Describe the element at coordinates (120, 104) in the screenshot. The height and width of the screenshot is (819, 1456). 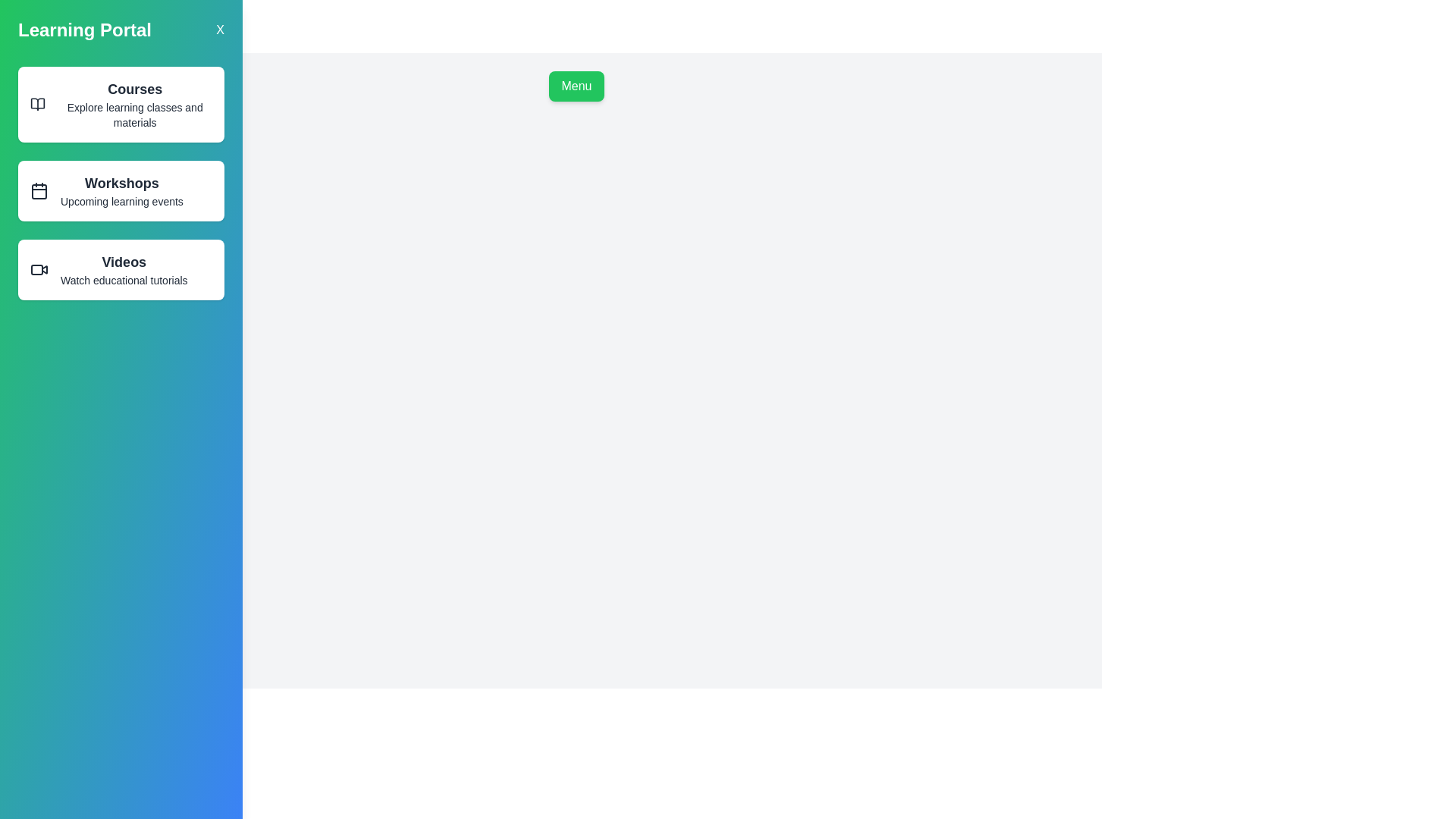
I see `the Courses panel option from the LearningPortalDrawer` at that location.